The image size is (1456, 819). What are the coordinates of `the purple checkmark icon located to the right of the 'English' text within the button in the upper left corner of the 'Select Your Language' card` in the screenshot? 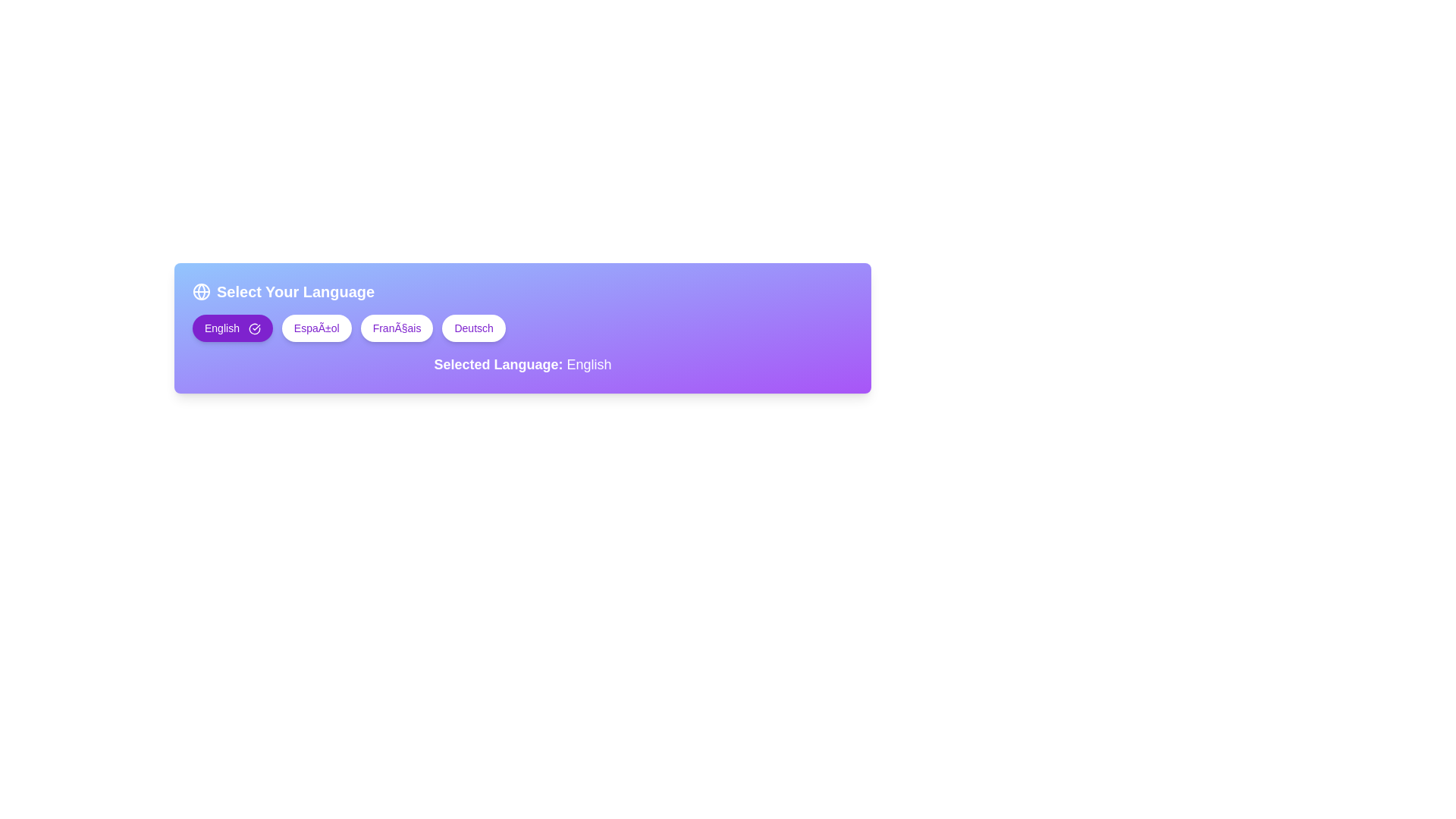 It's located at (254, 328).